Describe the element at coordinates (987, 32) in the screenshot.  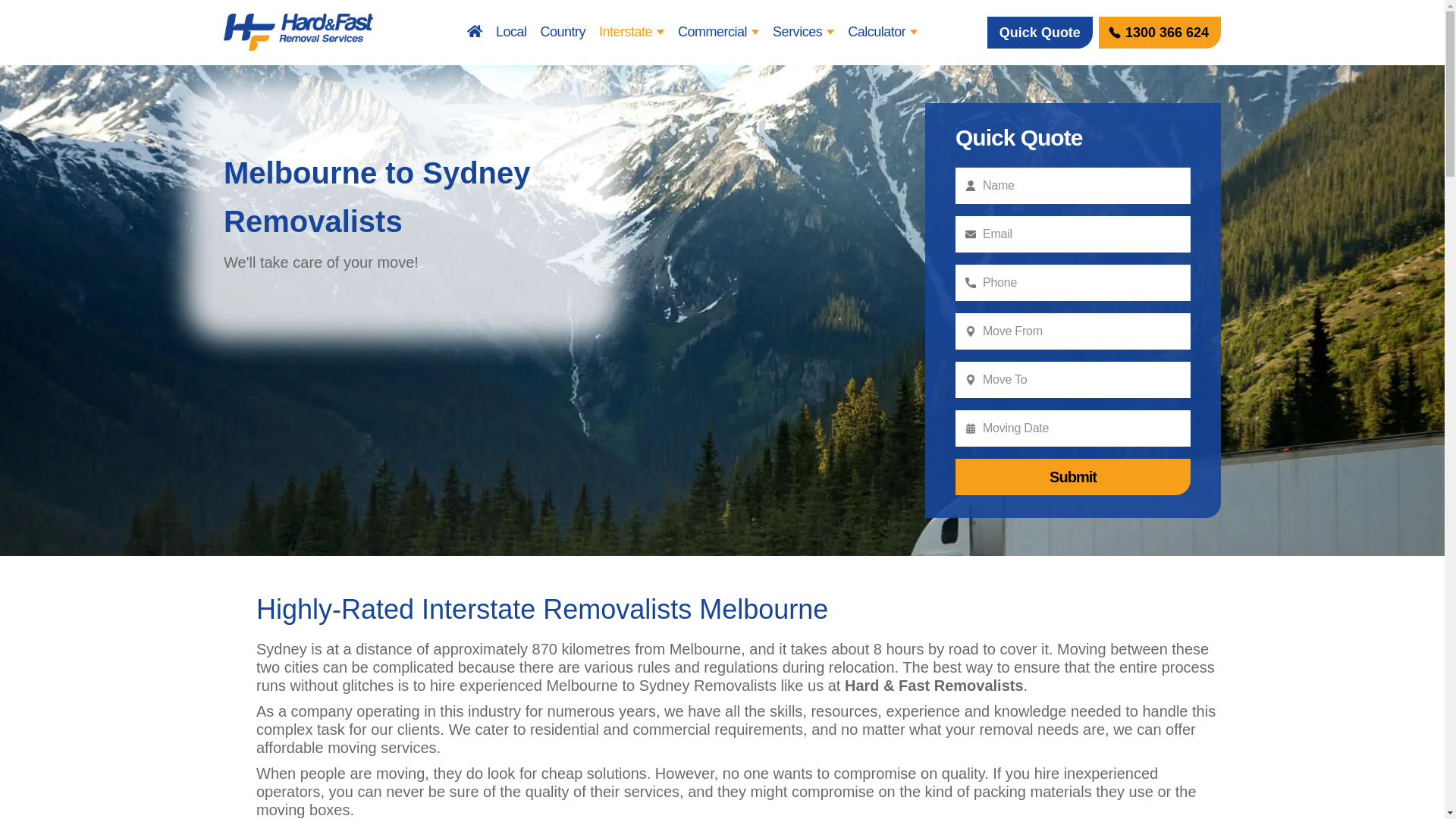
I see `'Quick Quote'` at that location.